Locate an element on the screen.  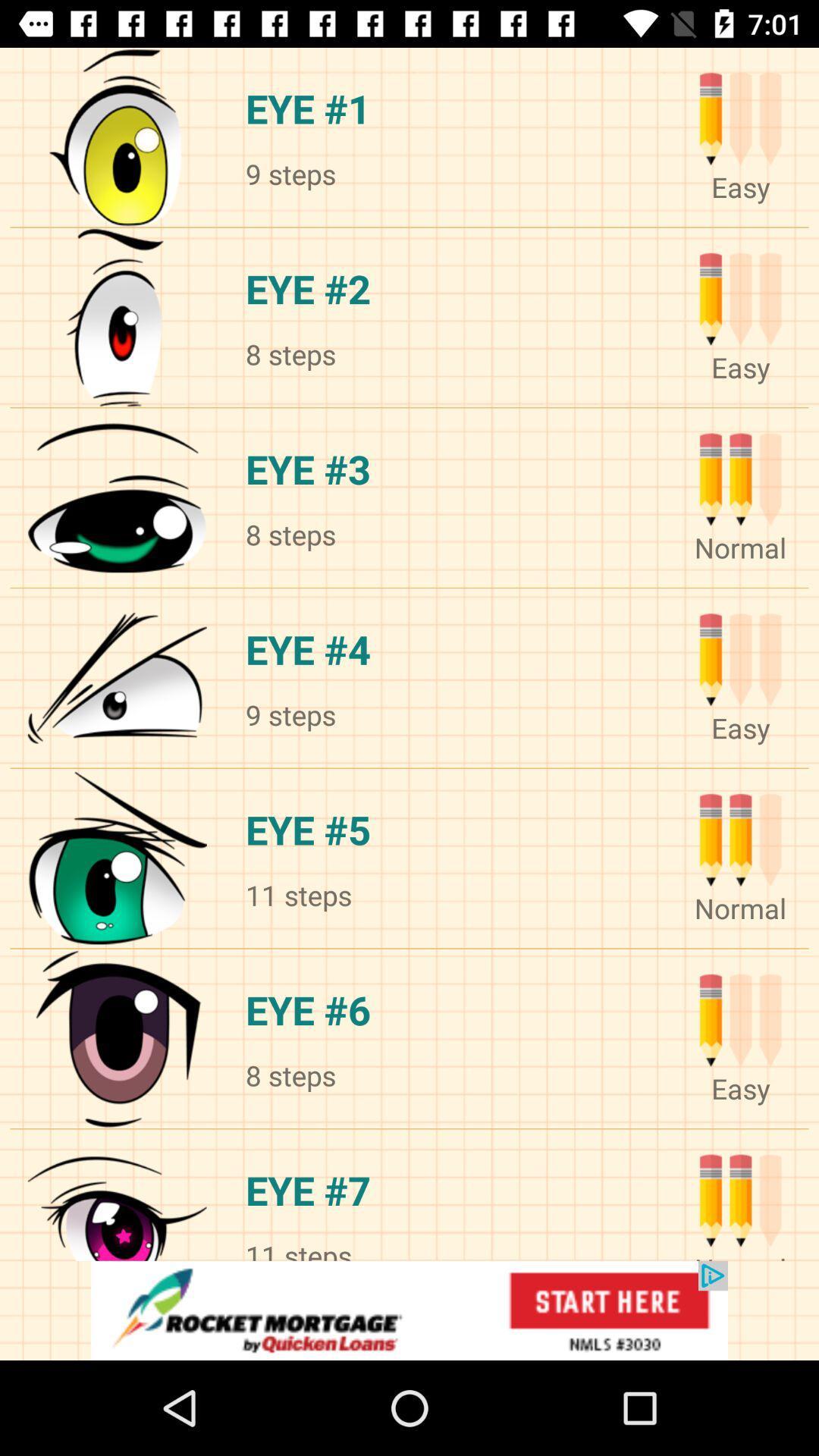
open advertisement is located at coordinates (409, 1310).